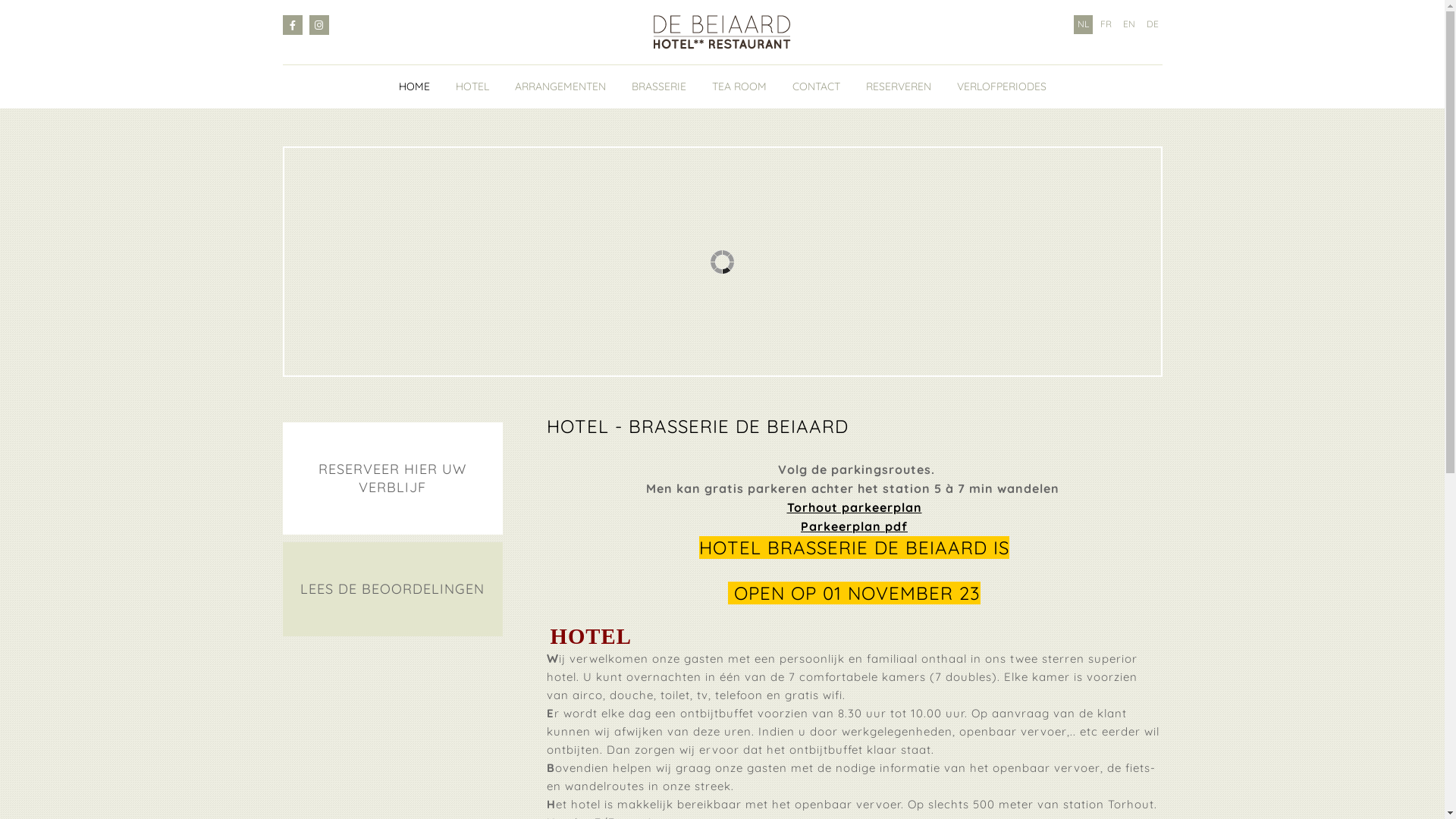 This screenshot has width=1456, height=819. Describe the element at coordinates (800, 526) in the screenshot. I see `'Parkeerplan pdf'` at that location.